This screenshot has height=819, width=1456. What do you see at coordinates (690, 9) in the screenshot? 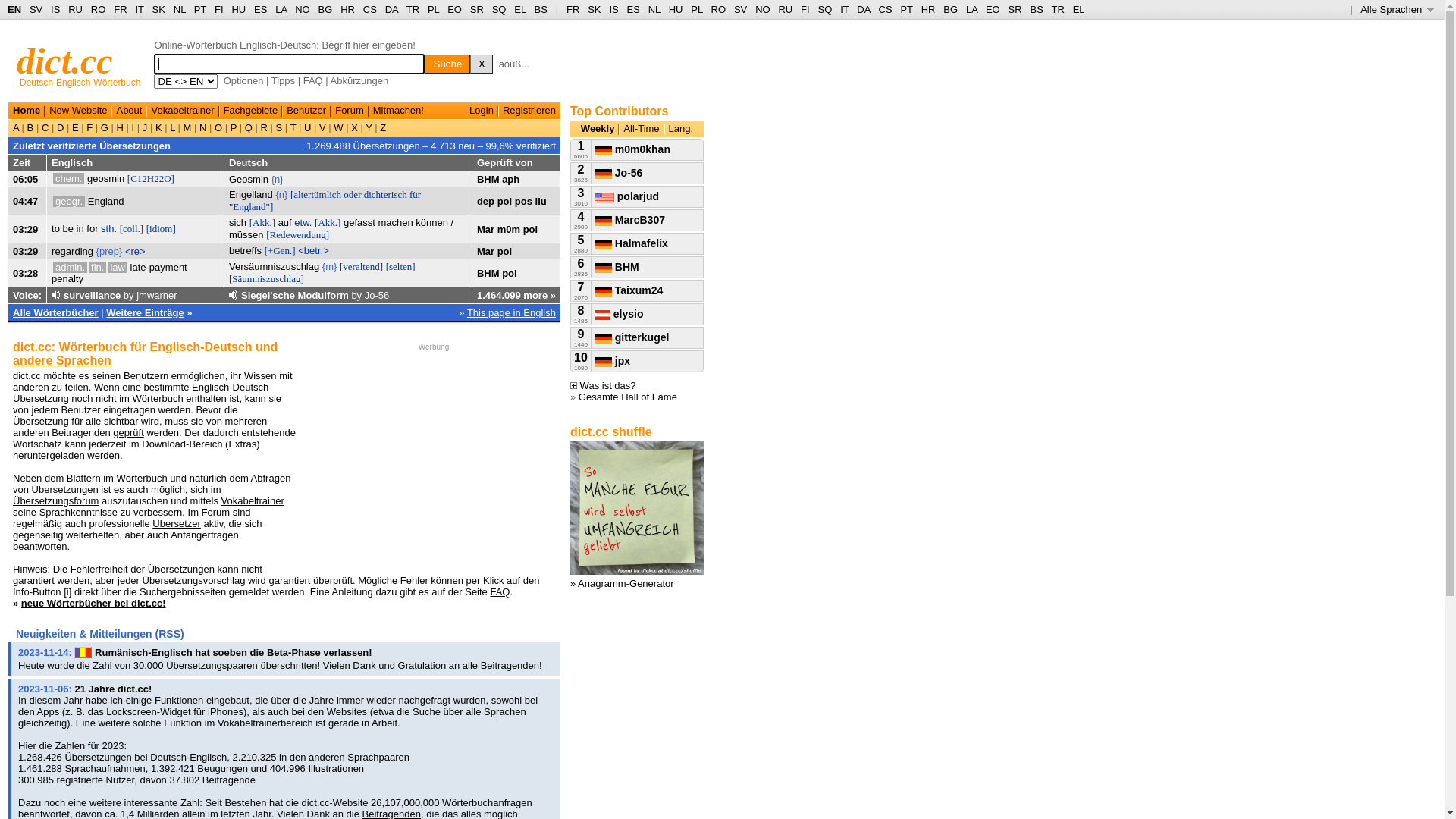
I see `'PL'` at bounding box center [690, 9].